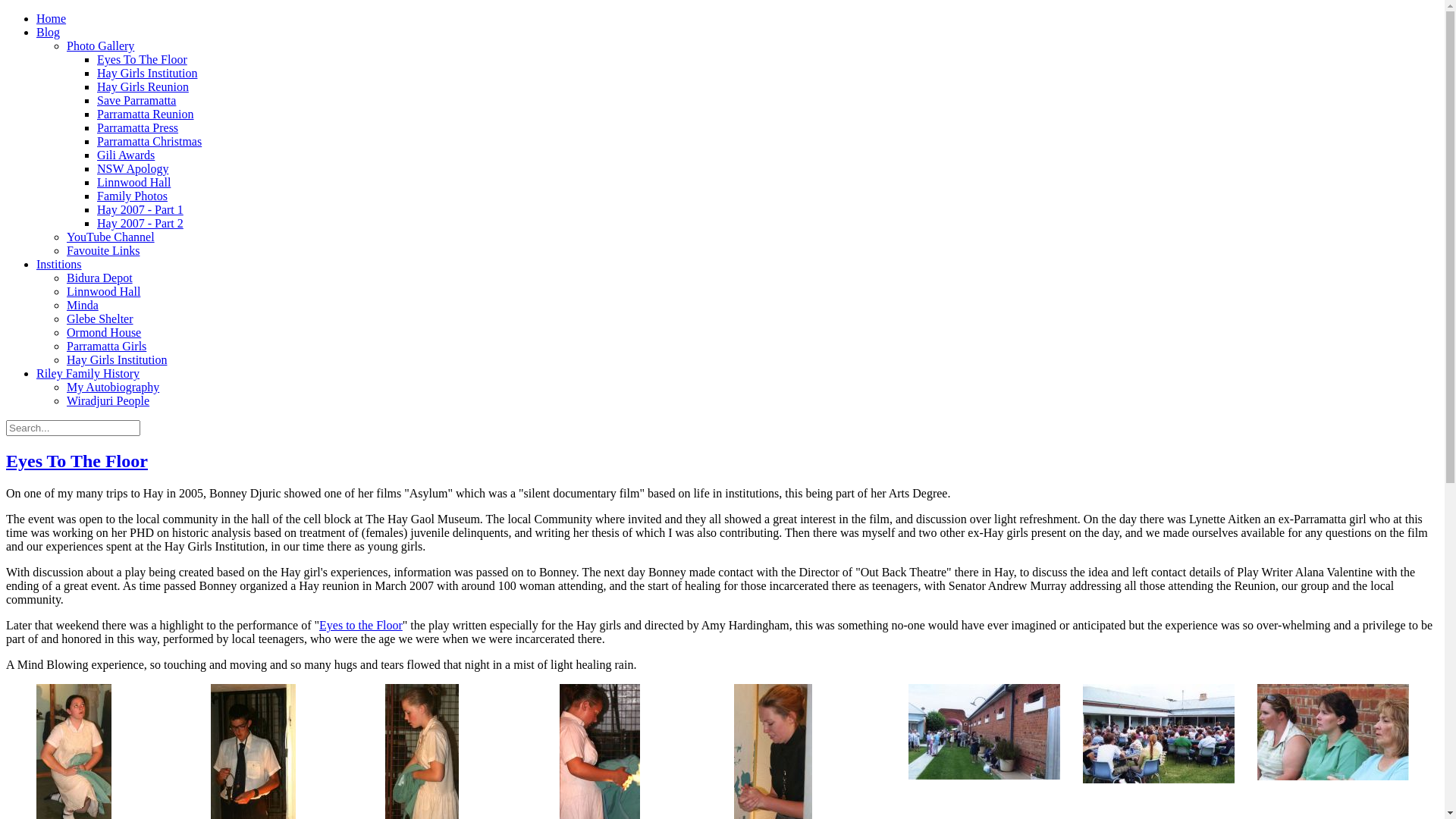 The height and width of the screenshot is (819, 1456). Describe the element at coordinates (126, 155) in the screenshot. I see `'Gili Awards'` at that location.